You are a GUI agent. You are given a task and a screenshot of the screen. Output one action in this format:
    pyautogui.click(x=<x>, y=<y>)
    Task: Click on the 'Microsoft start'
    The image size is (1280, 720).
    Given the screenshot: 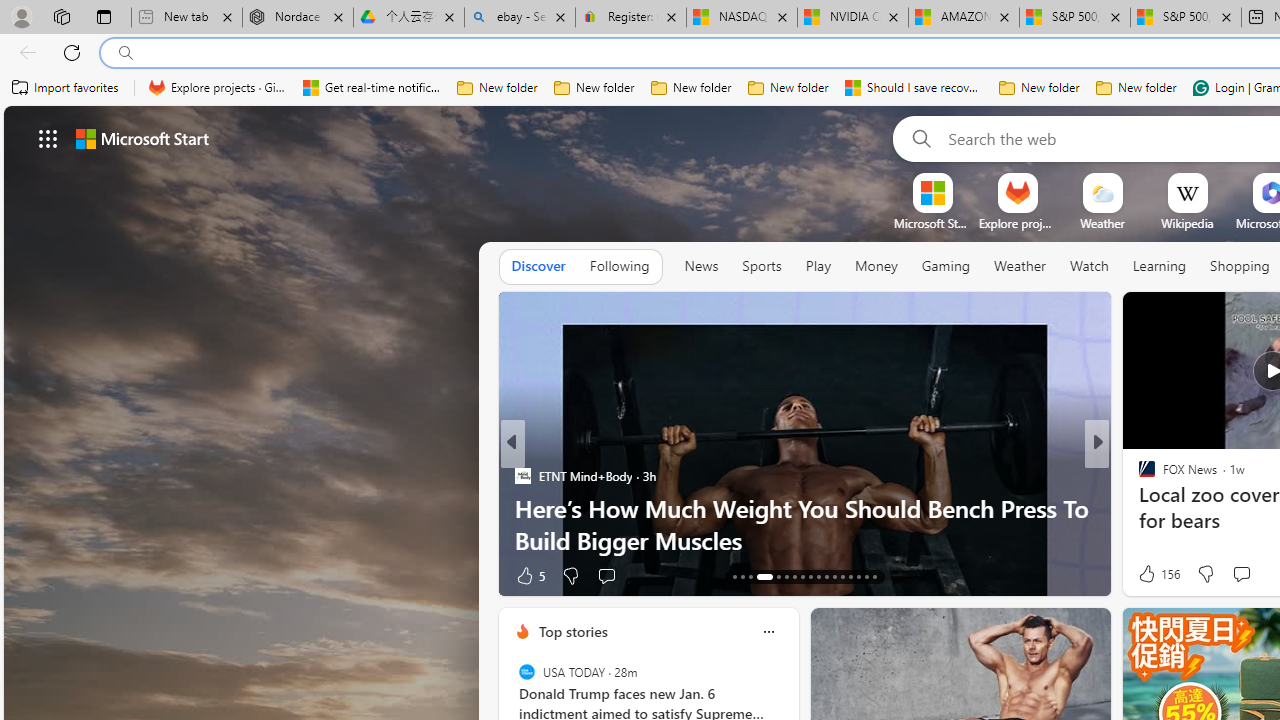 What is the action you would take?
    pyautogui.click(x=141, y=137)
    